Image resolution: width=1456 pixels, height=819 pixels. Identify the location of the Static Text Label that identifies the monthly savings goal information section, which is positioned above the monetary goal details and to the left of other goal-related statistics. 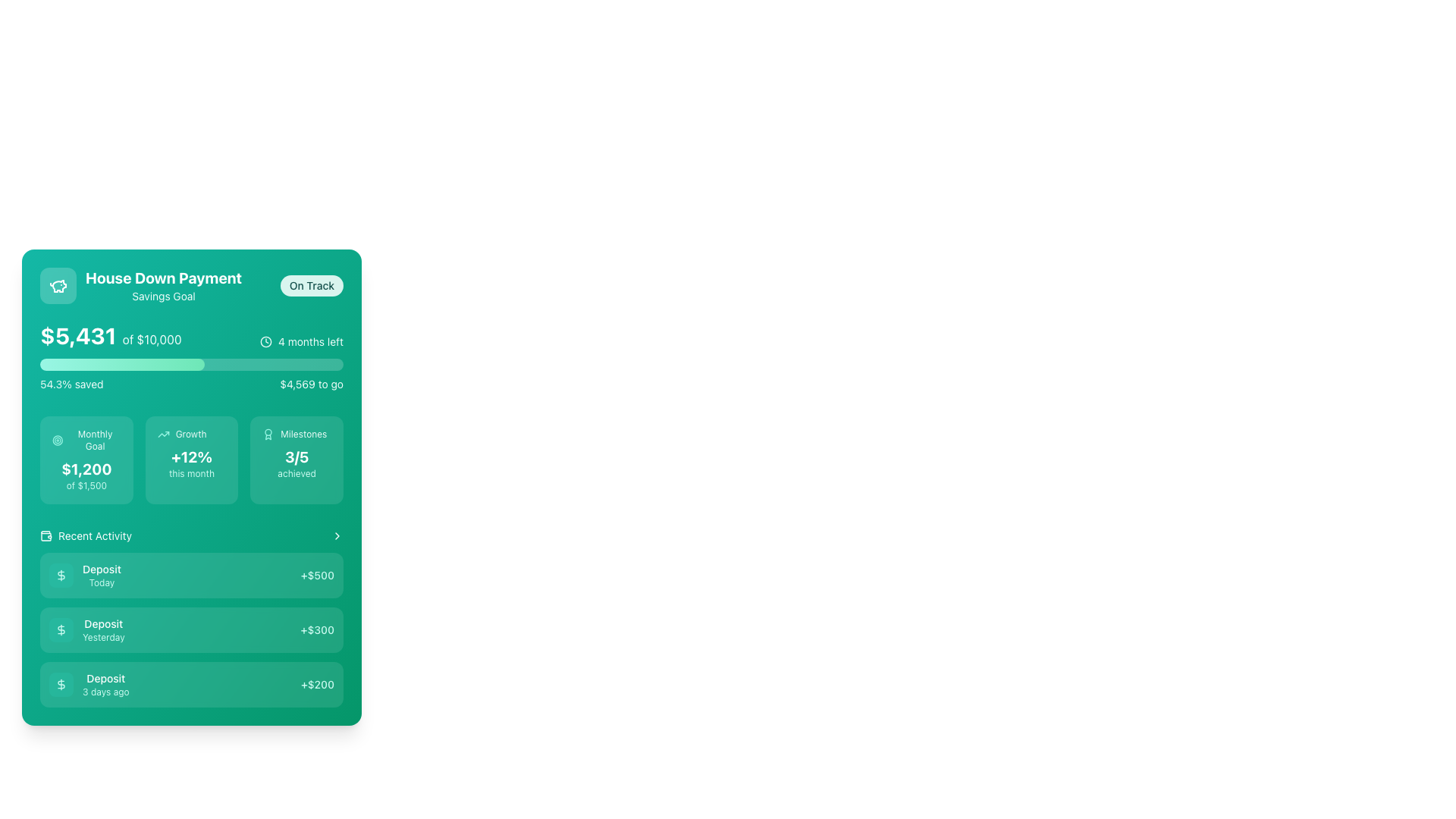
(94, 441).